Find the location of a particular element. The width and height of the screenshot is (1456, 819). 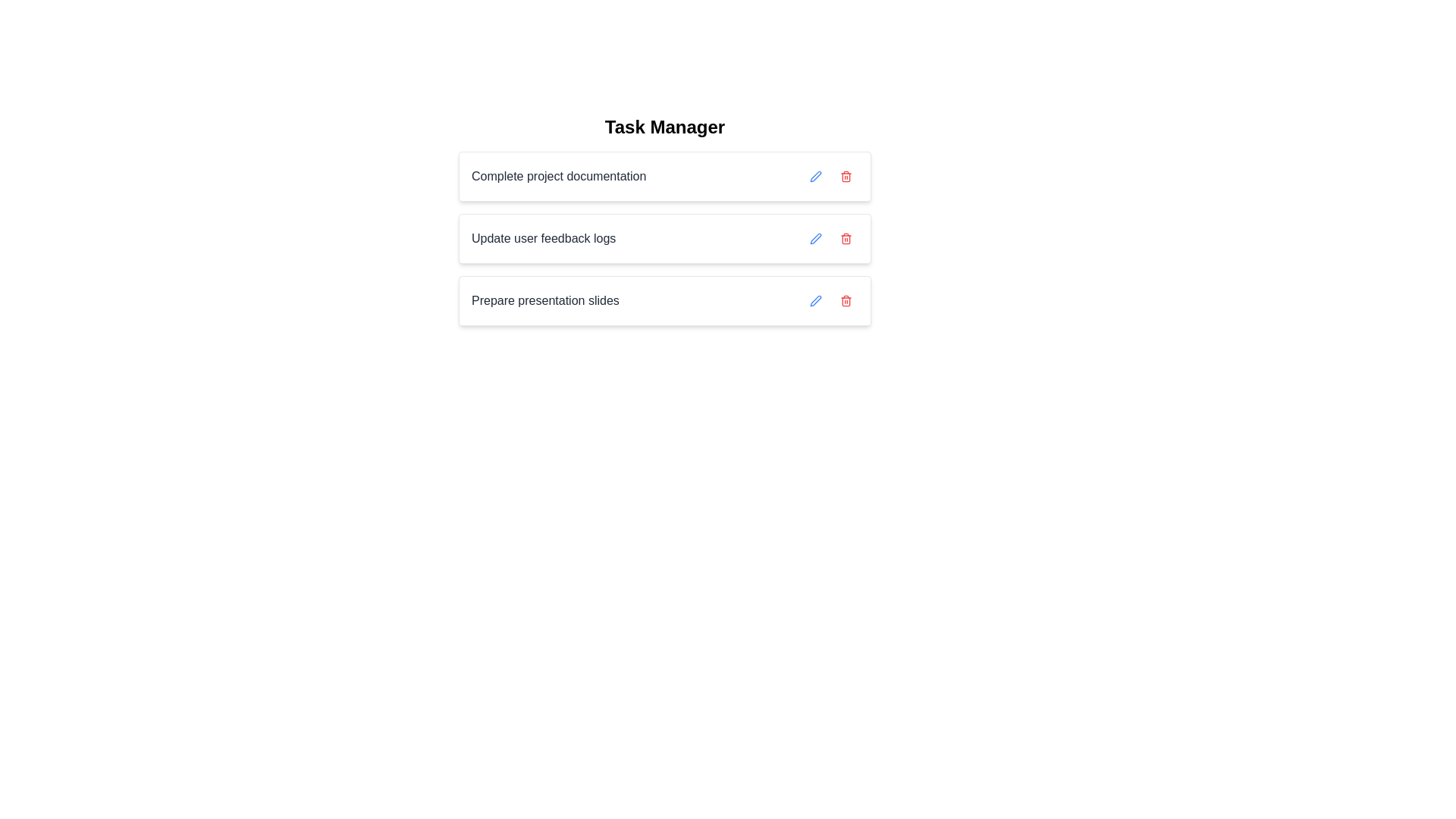

the red trash icon in the control group for the second task row is located at coordinates (830, 239).